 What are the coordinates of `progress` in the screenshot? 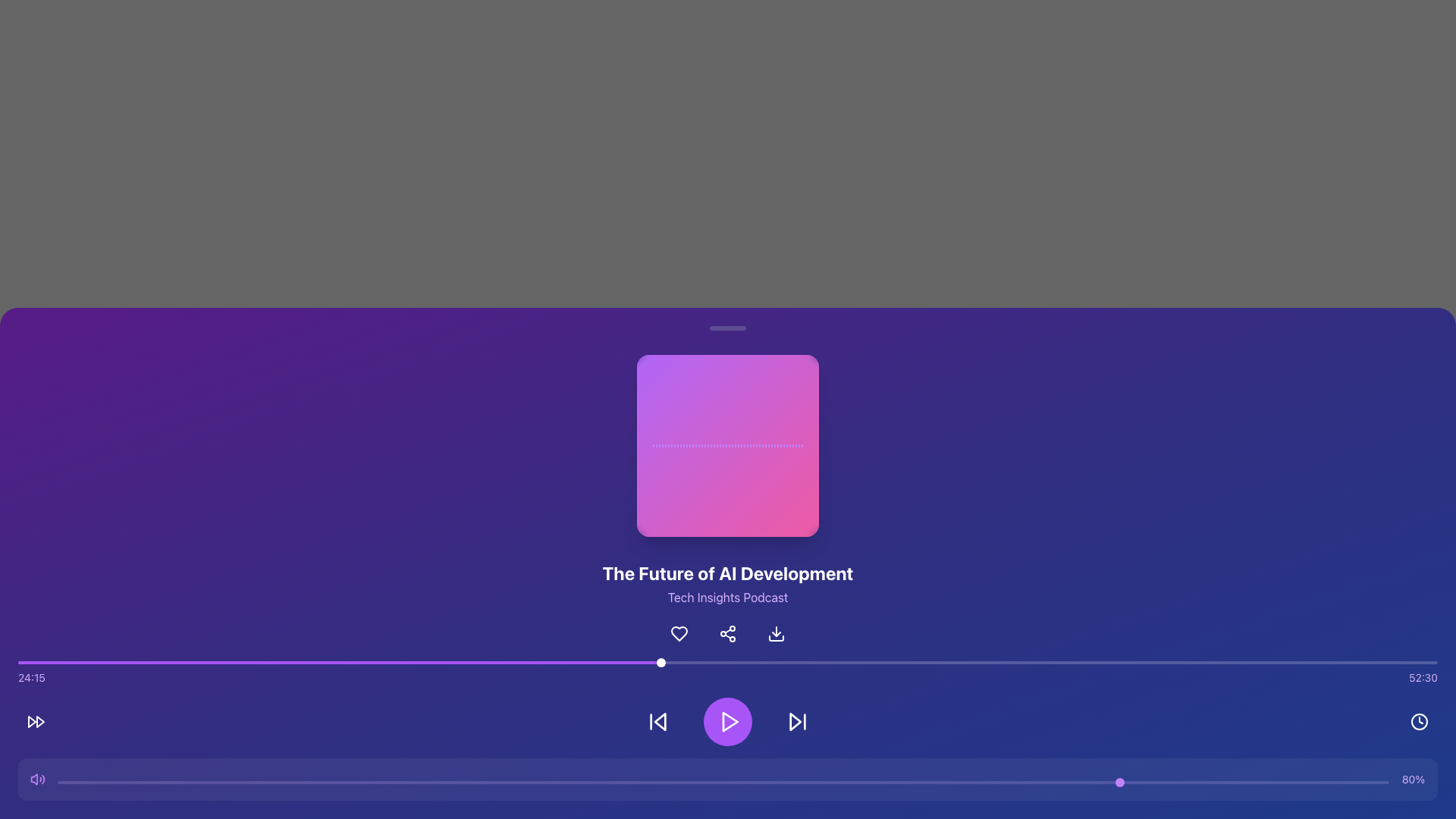 It's located at (61, 662).